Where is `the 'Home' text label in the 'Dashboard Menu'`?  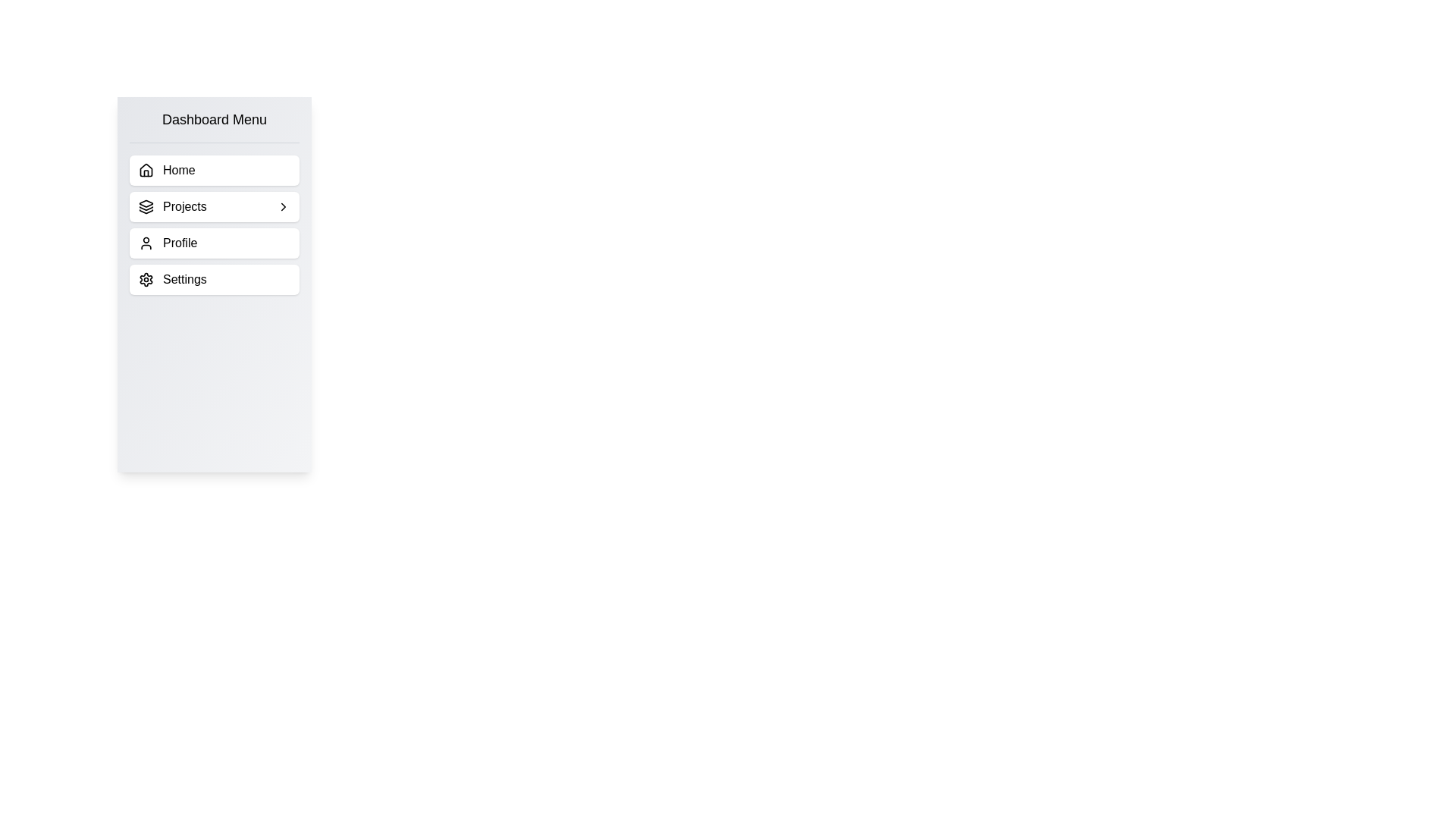
the 'Home' text label in the 'Dashboard Menu' is located at coordinates (179, 170).